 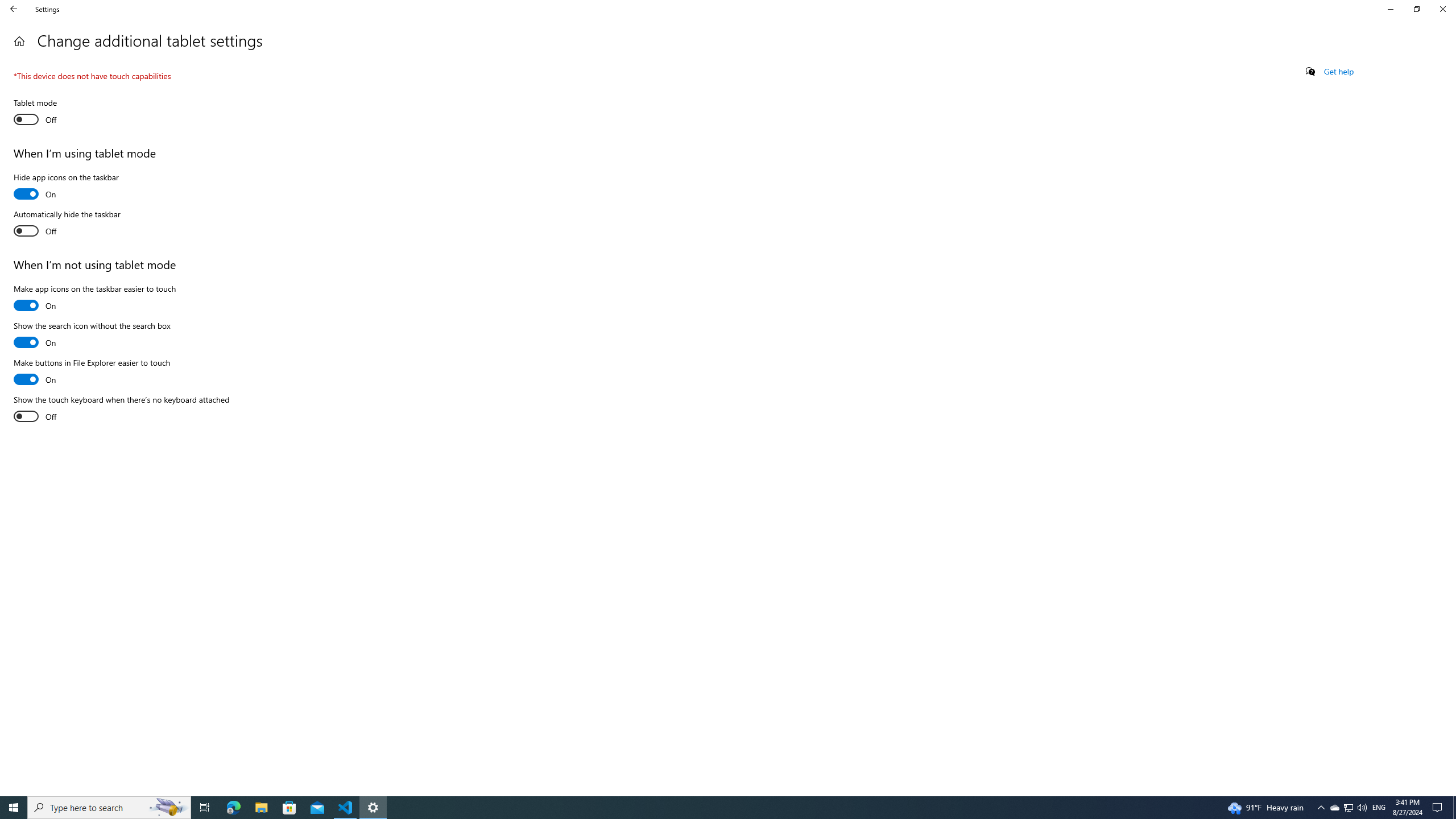 I want to click on 'Close Settings', so click(x=1442, y=9).